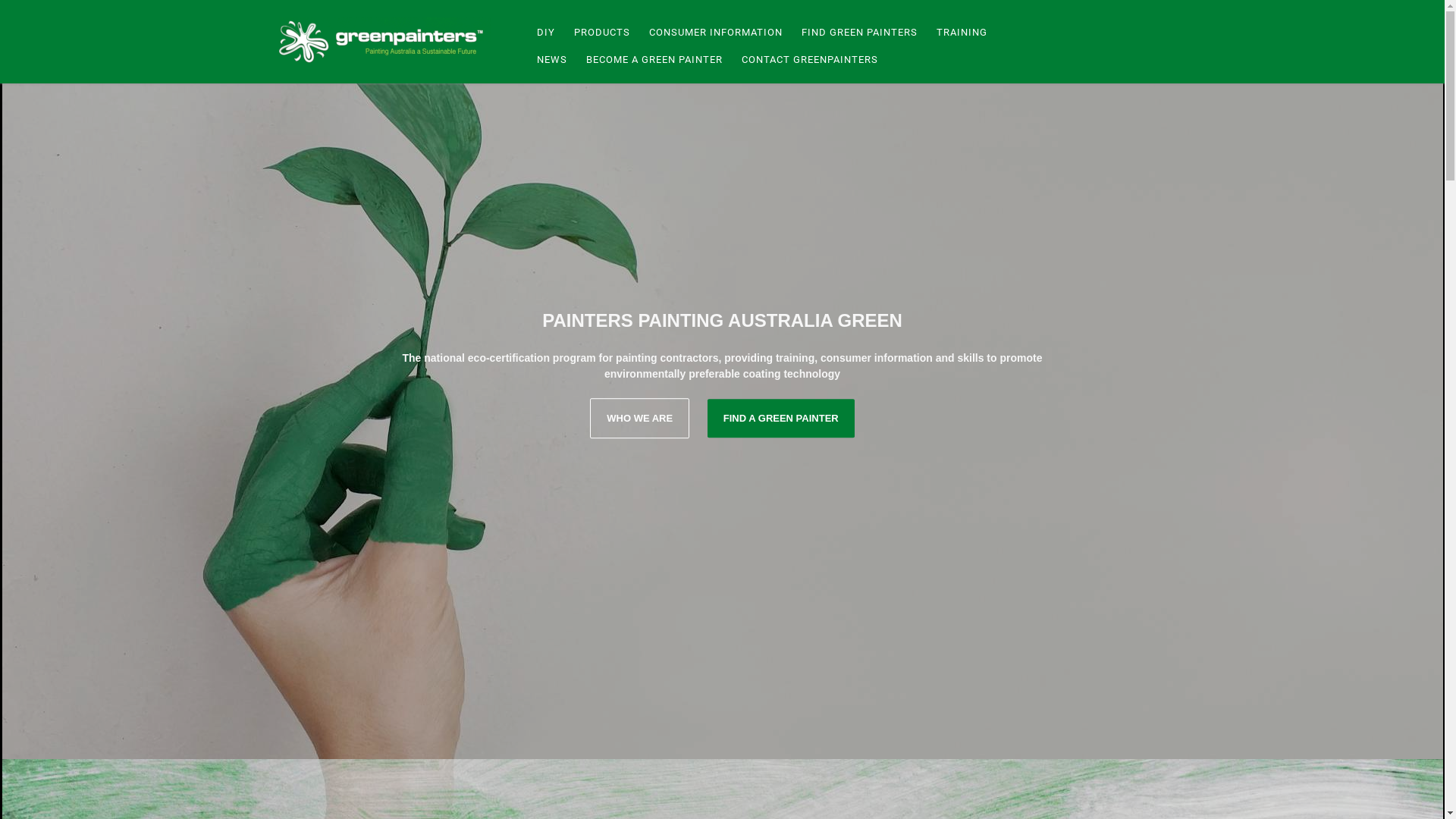 This screenshot has height=819, width=1456. I want to click on 'CONTACT GREENPAINTERS', so click(729, 58).